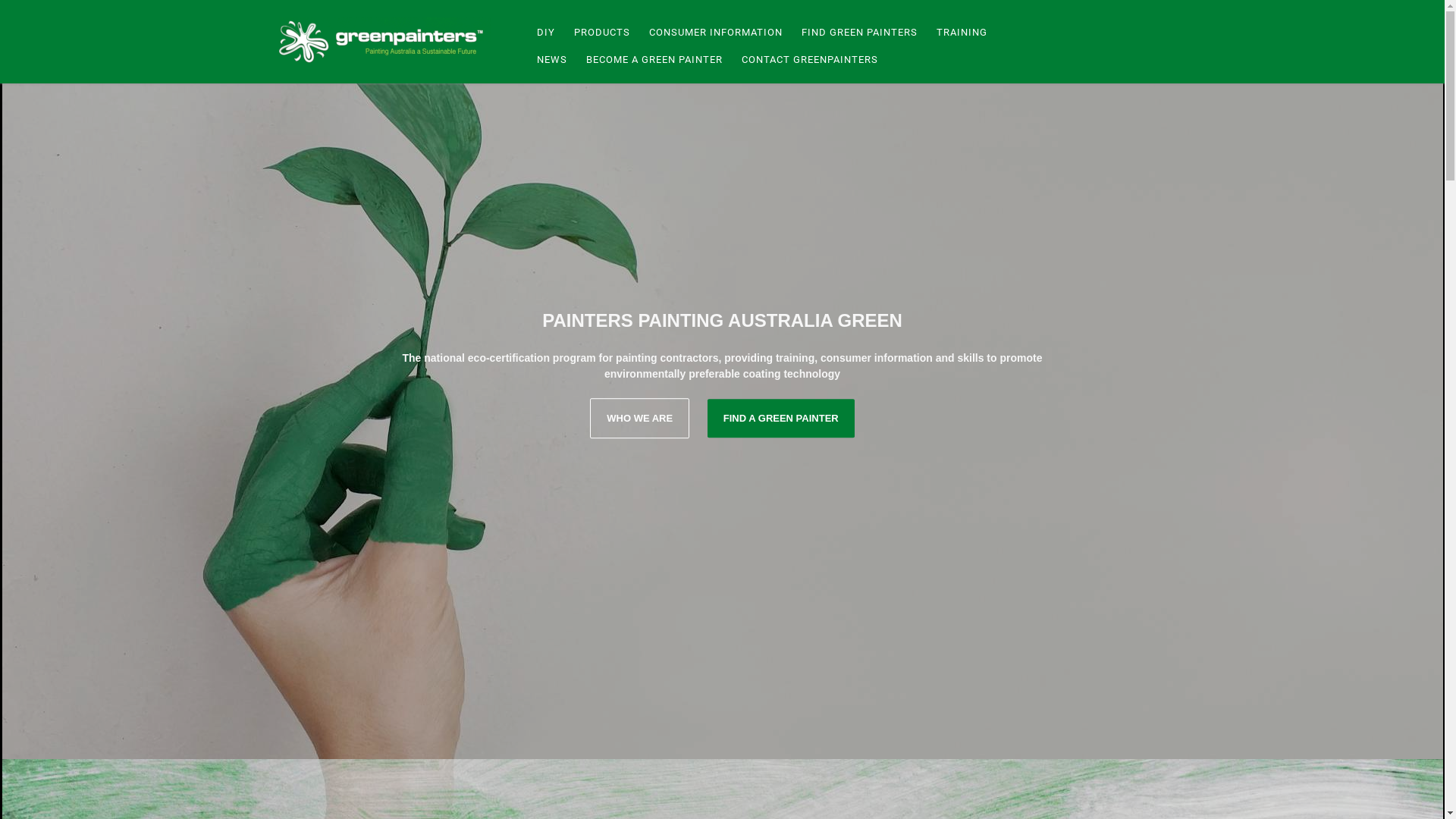 This screenshot has height=819, width=1456. I want to click on 'CONTACT GREENPAINTERS', so click(729, 58).